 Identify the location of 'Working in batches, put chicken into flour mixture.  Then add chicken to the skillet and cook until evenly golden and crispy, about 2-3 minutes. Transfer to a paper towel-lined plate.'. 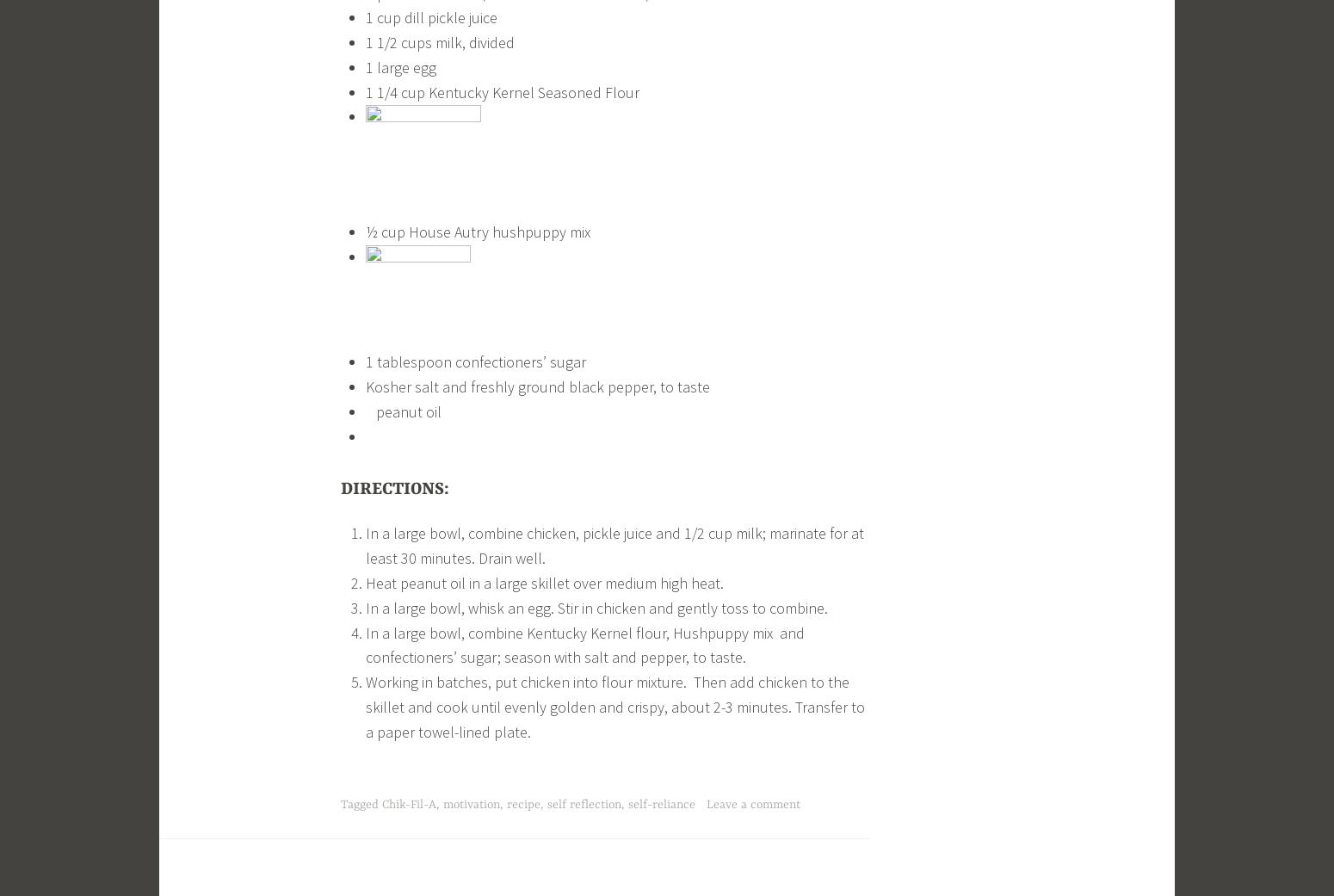
(614, 707).